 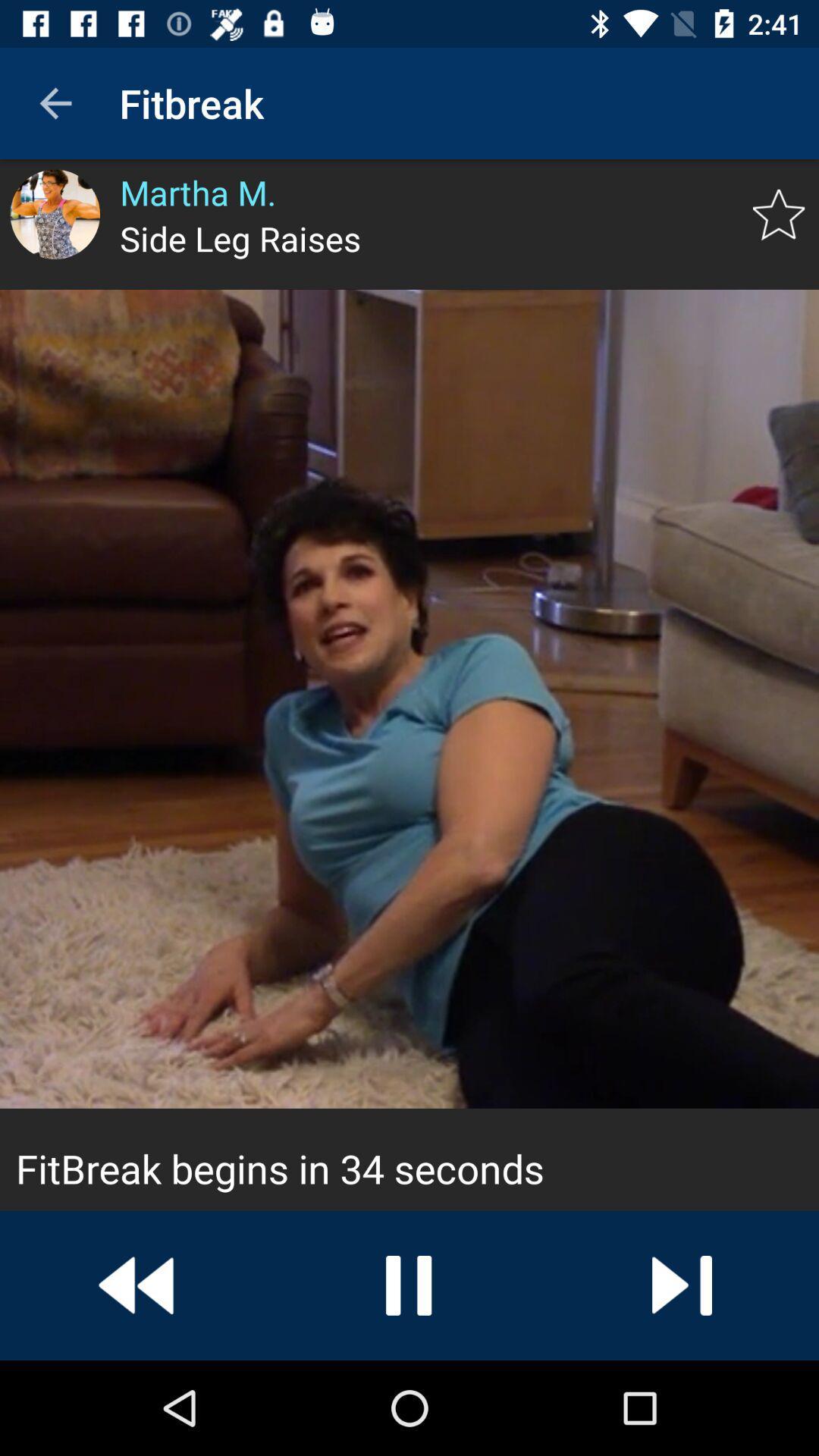 I want to click on go back, so click(x=136, y=1285).